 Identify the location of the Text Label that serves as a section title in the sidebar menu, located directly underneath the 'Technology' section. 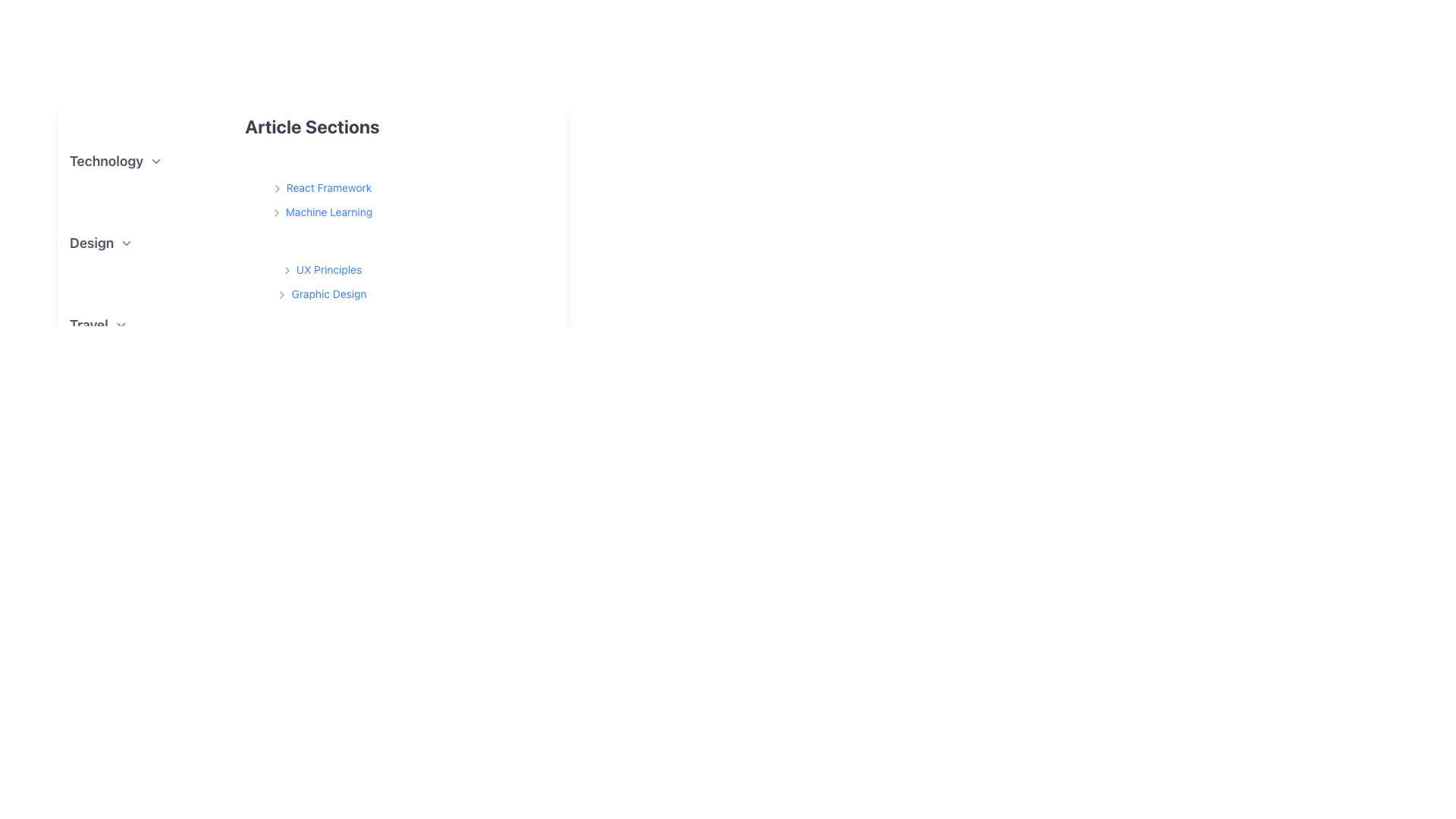
(91, 242).